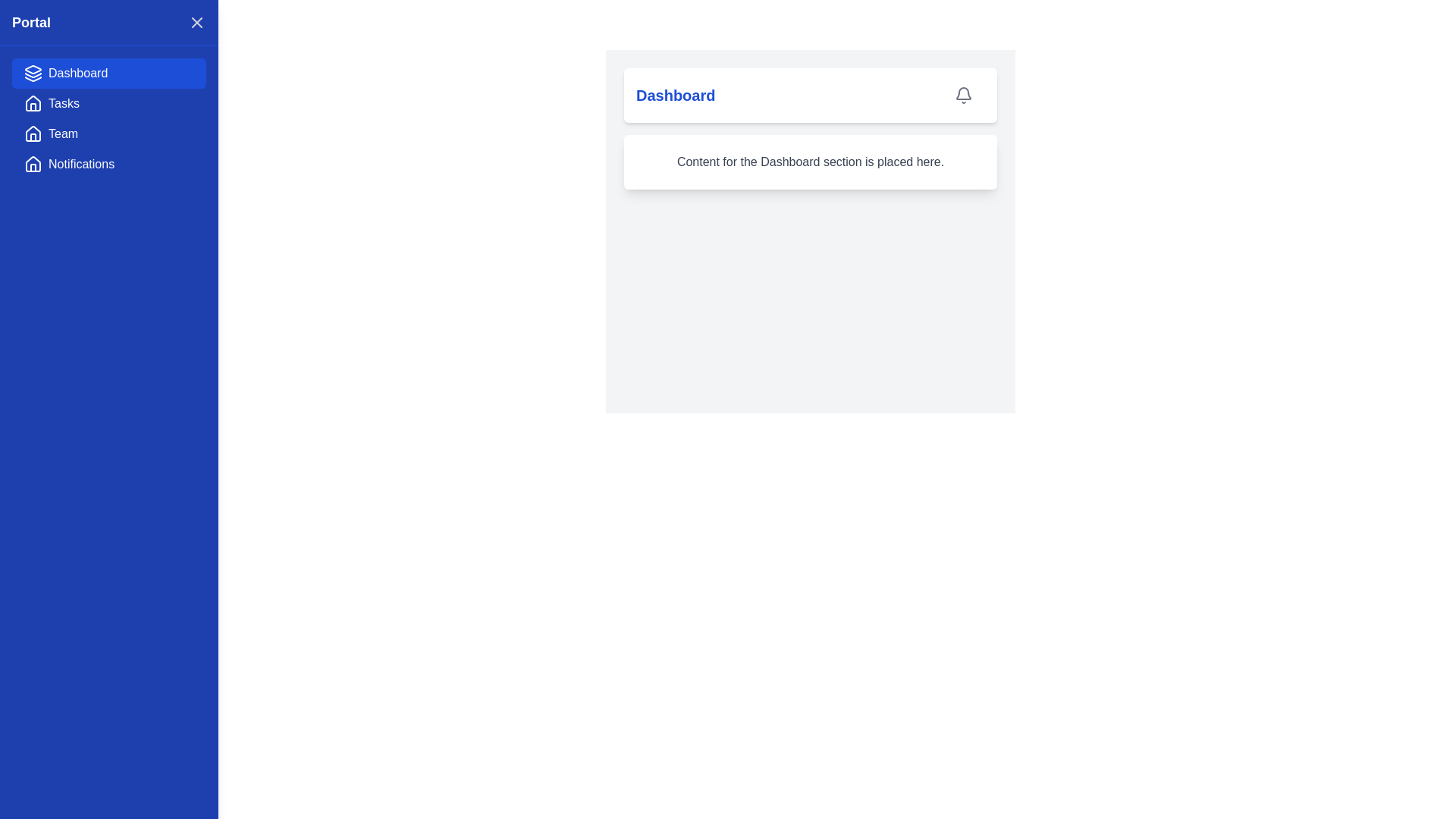 The image size is (1456, 819). What do you see at coordinates (196, 23) in the screenshot?
I see `the close icon (X) located in the top-right corner of the sidebar adjacent to the 'Portal' title` at bounding box center [196, 23].